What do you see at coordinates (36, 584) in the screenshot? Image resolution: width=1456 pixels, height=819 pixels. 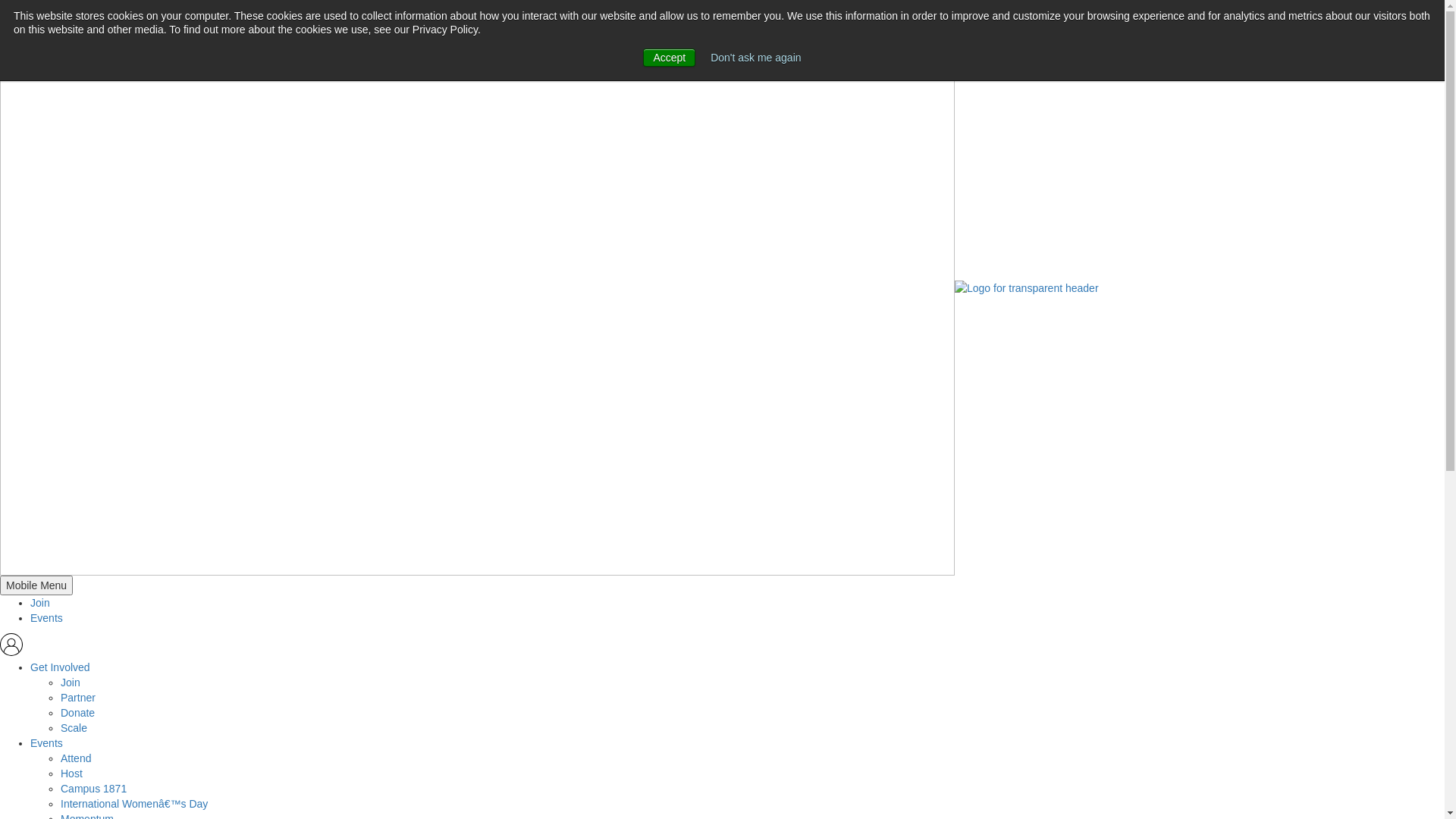 I see `'Mobile Menu'` at bounding box center [36, 584].